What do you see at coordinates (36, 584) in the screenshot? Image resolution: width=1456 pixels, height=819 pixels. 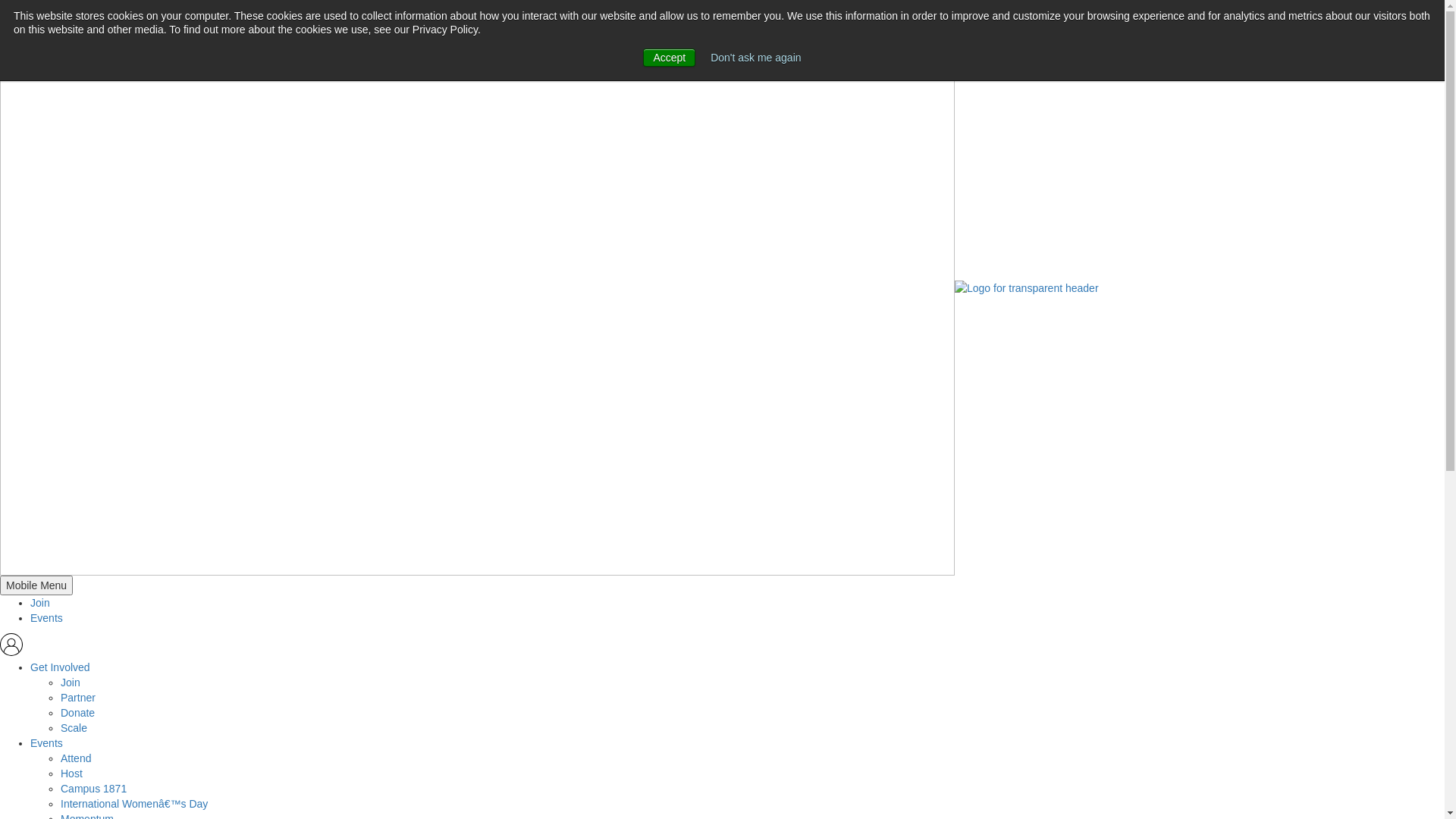 I see `'Mobile Menu'` at bounding box center [36, 584].